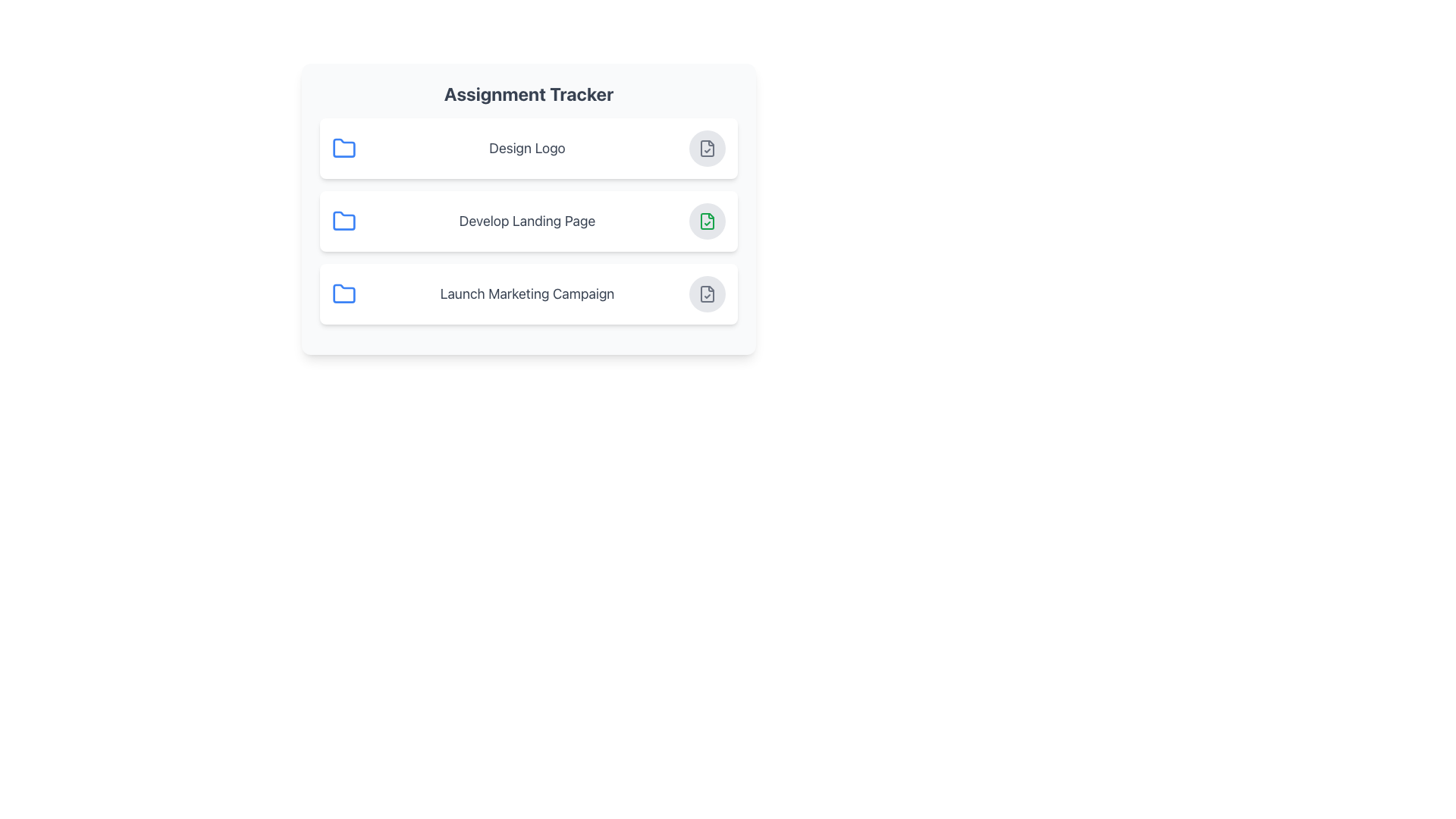 Image resolution: width=1456 pixels, height=819 pixels. What do you see at coordinates (344, 293) in the screenshot?
I see `the vector graphic component of the folder icon next to 'Launch Marketing Campaign' in the 'Assignment Tracker' list to trigger hover effects` at bounding box center [344, 293].